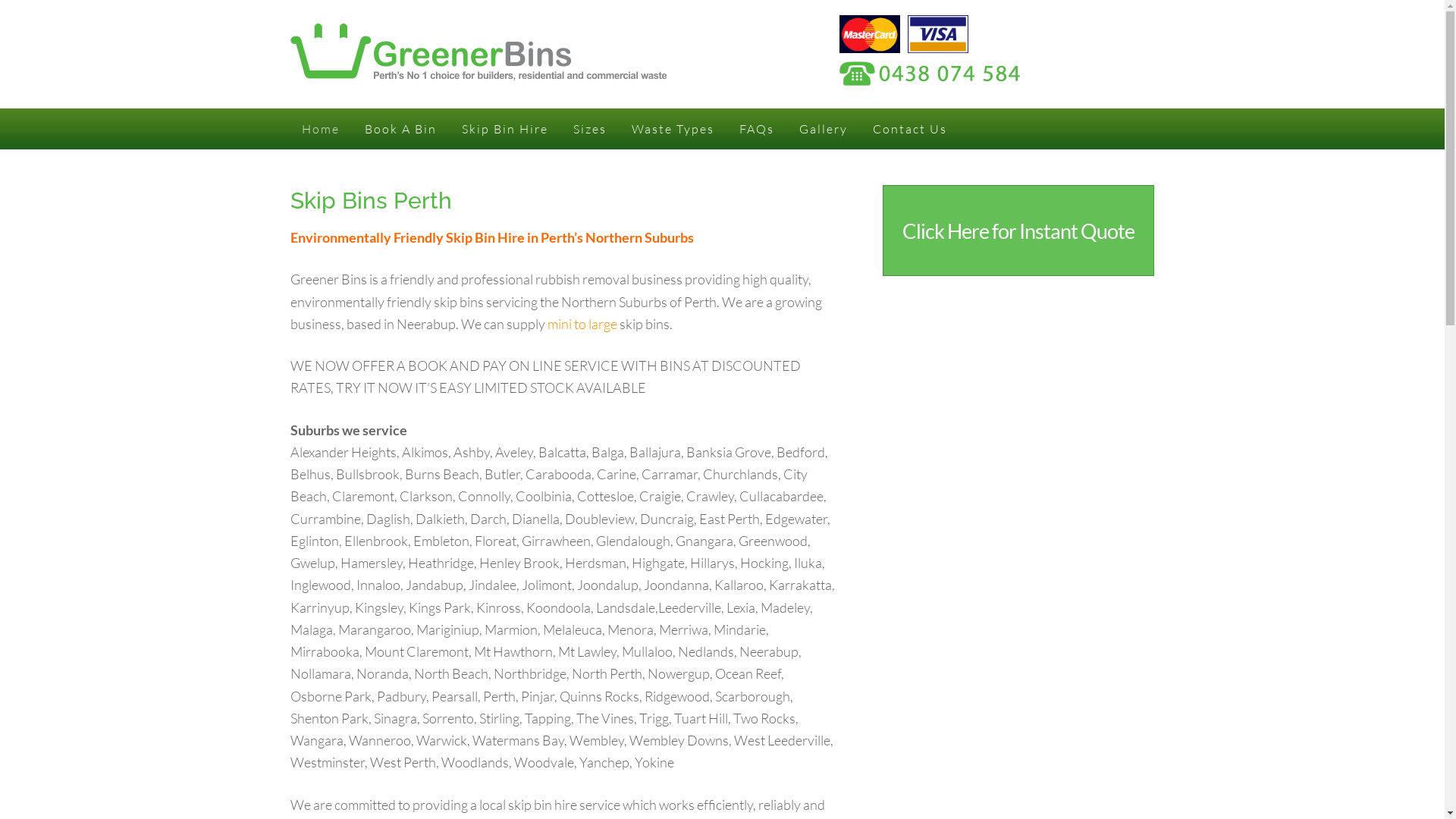 This screenshot has width=1456, height=819. Describe the element at coordinates (757, 127) in the screenshot. I see `'FAQs'` at that location.